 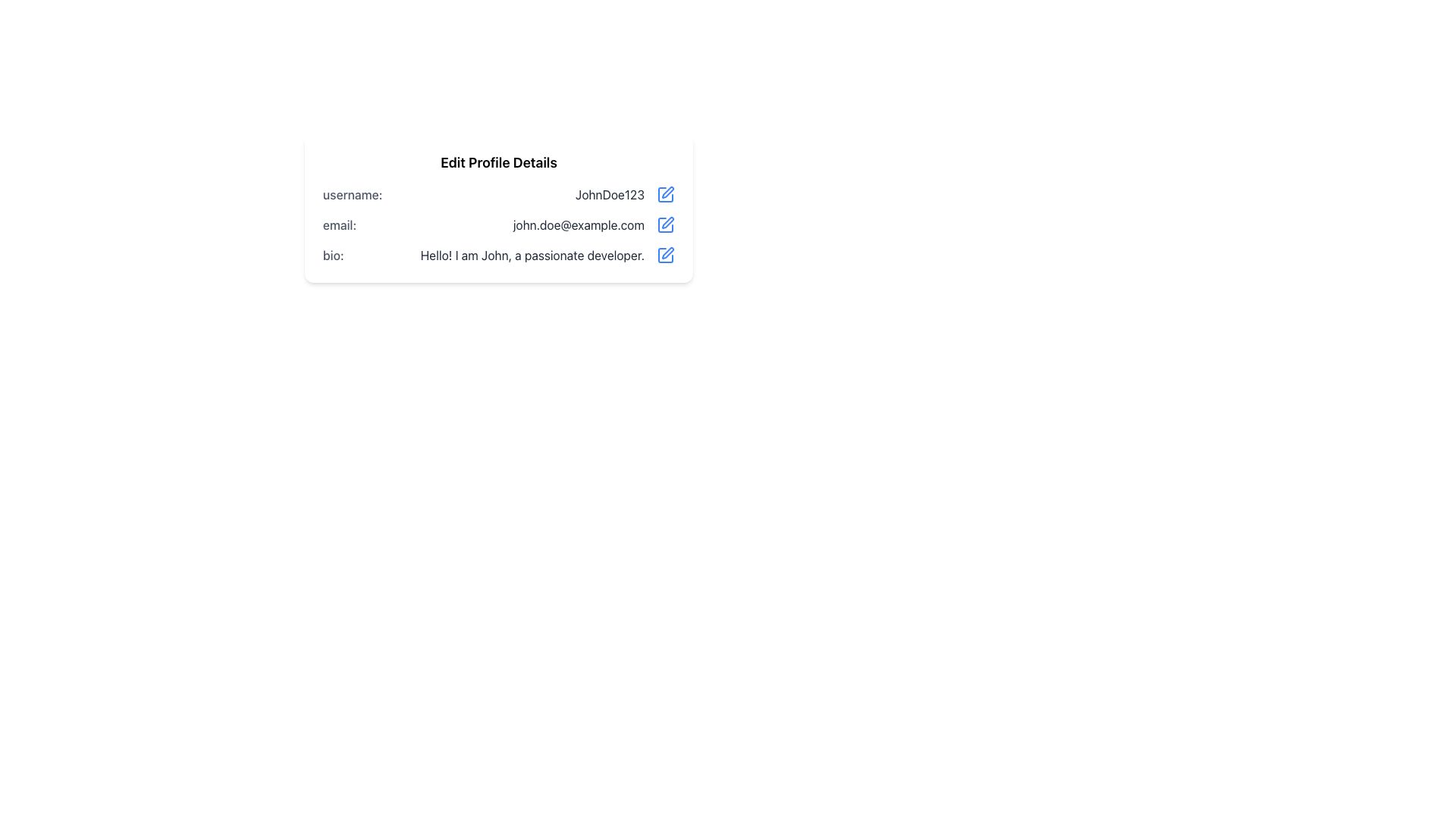 I want to click on the 'bio:' label element that indicates the biography section of the profile, located to the left of the biography content text, so click(x=332, y=254).